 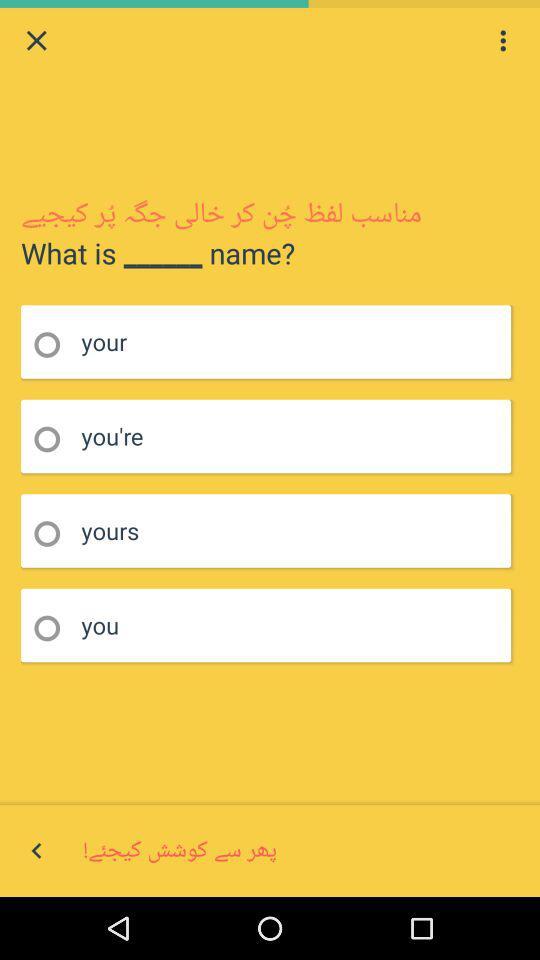 What do you see at coordinates (53, 345) in the screenshot?
I see `highlights an option` at bounding box center [53, 345].